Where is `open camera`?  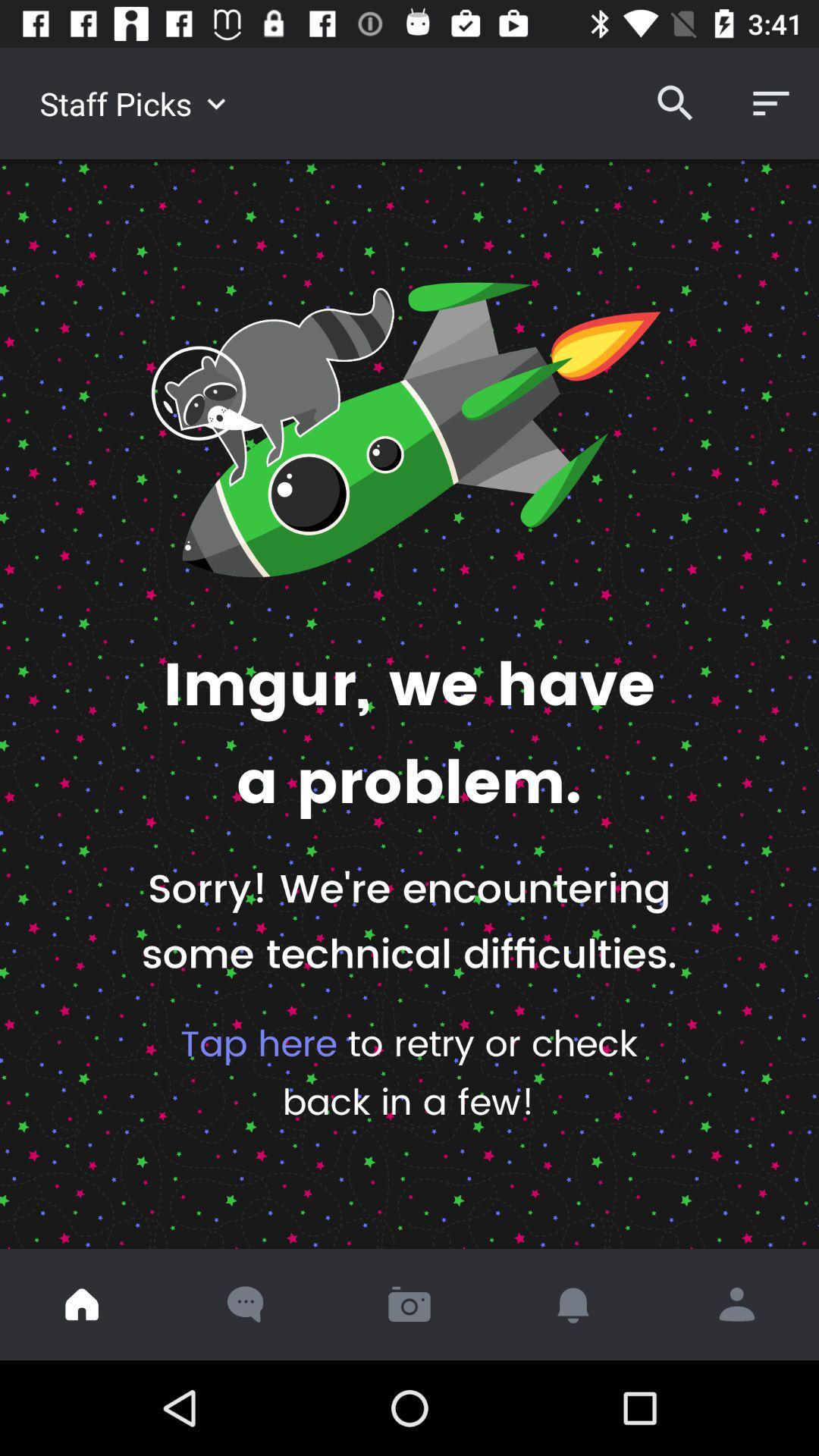 open camera is located at coordinates (409, 1304).